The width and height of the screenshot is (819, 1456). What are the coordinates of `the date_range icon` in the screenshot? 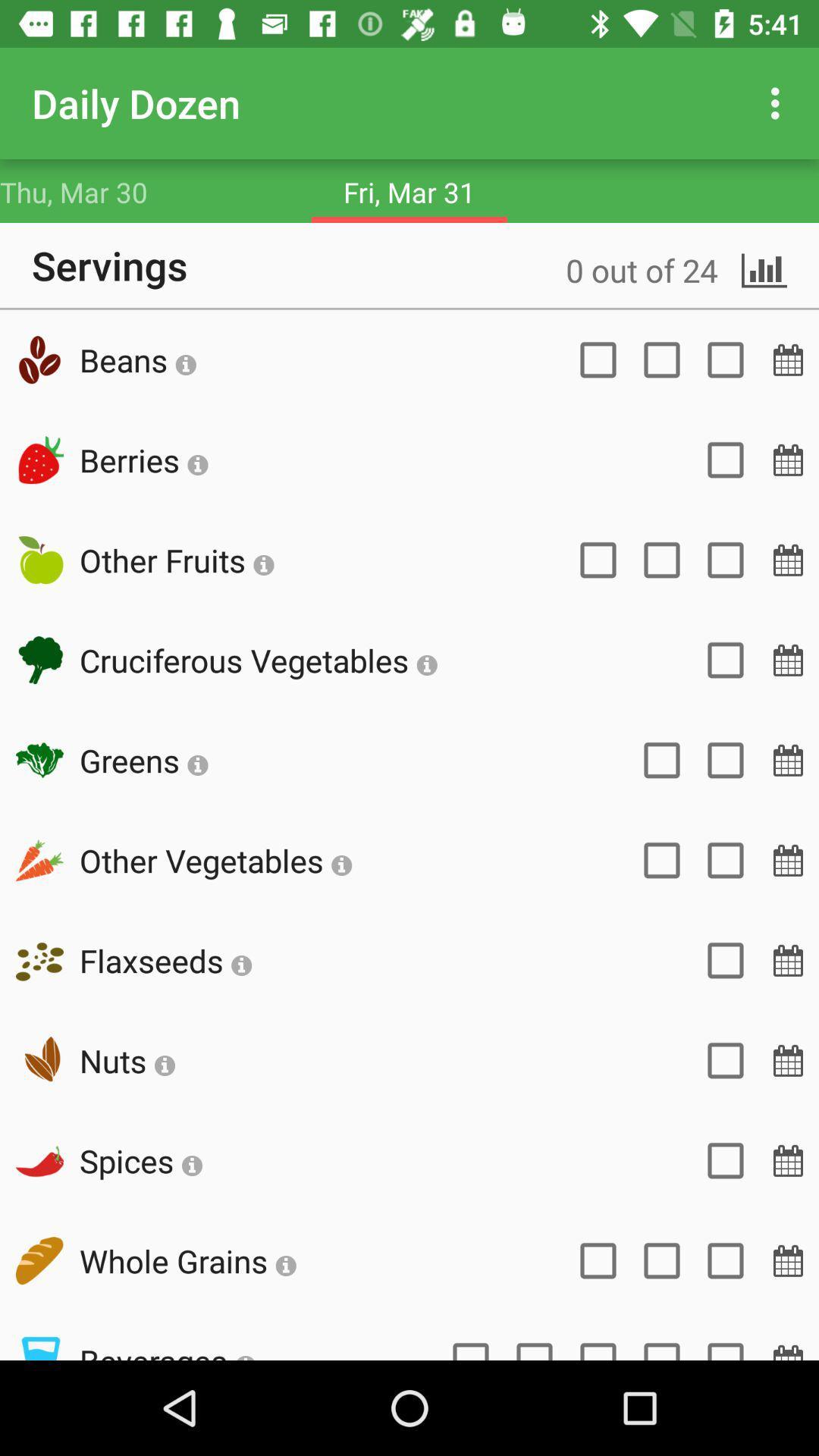 It's located at (787, 1059).